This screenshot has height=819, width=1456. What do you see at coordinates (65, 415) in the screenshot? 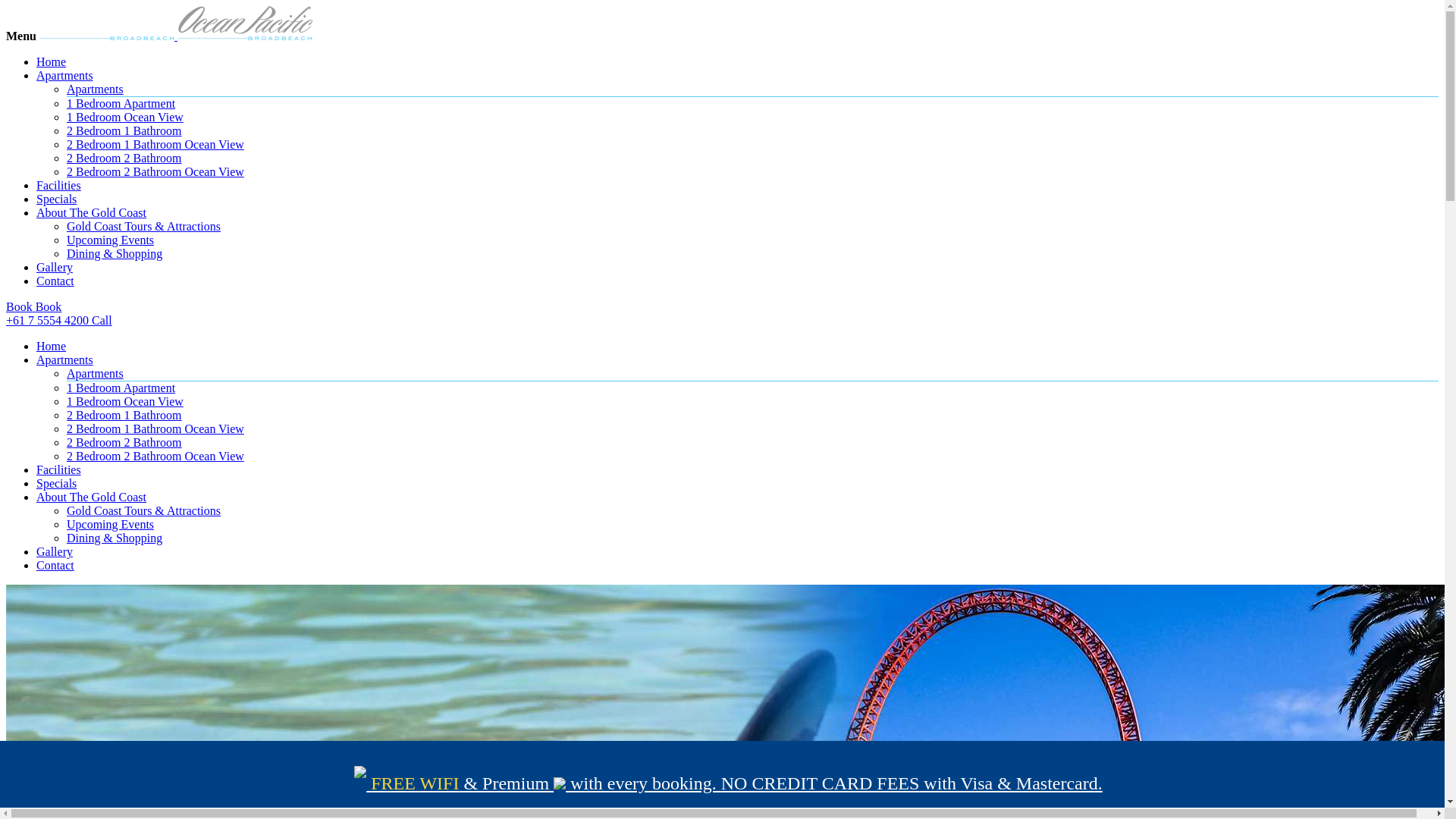
I see `'2 Bedroom 1 Bathroom'` at bounding box center [65, 415].